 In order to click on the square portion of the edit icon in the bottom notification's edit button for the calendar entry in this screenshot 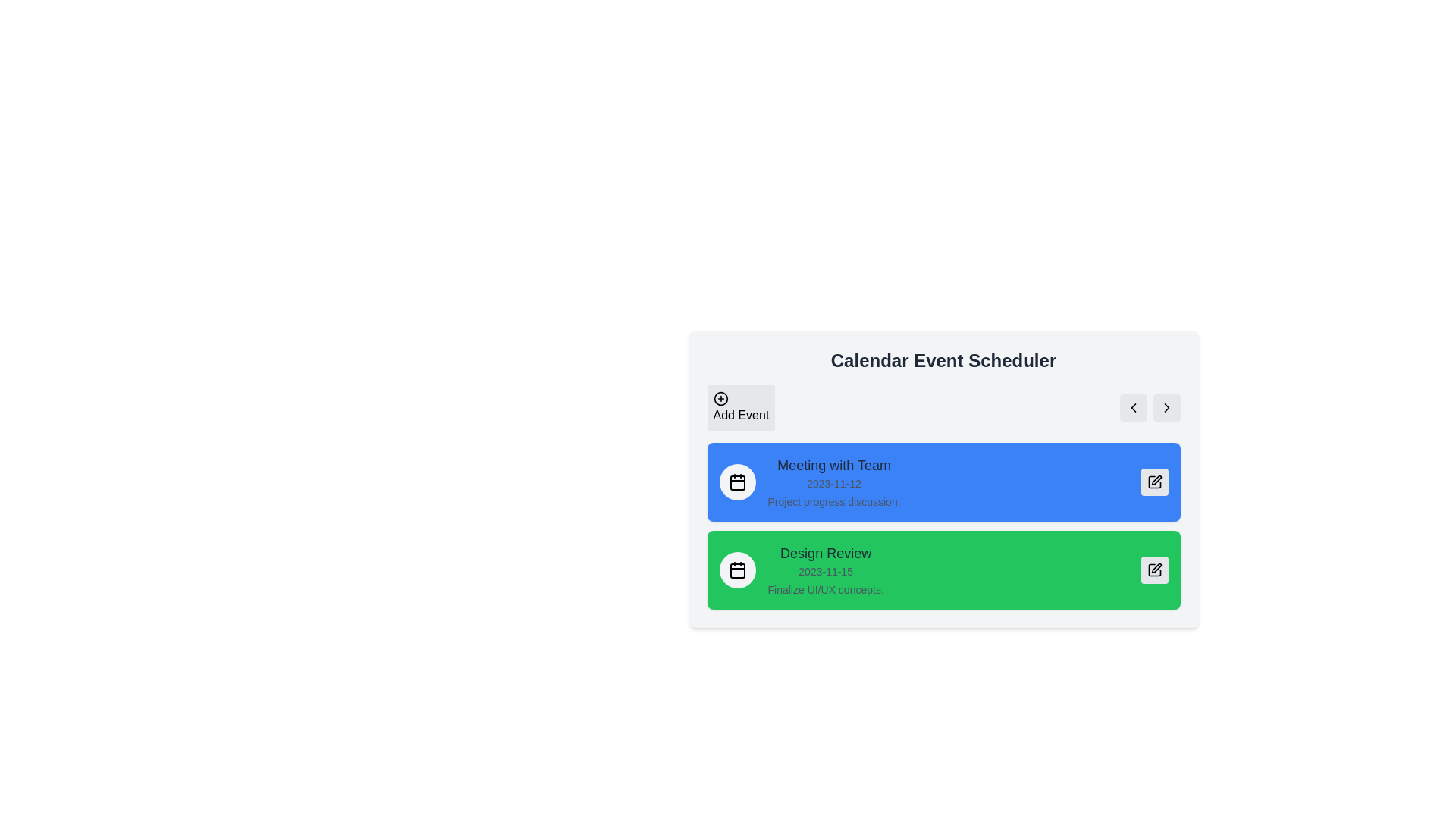, I will do `click(1153, 570)`.